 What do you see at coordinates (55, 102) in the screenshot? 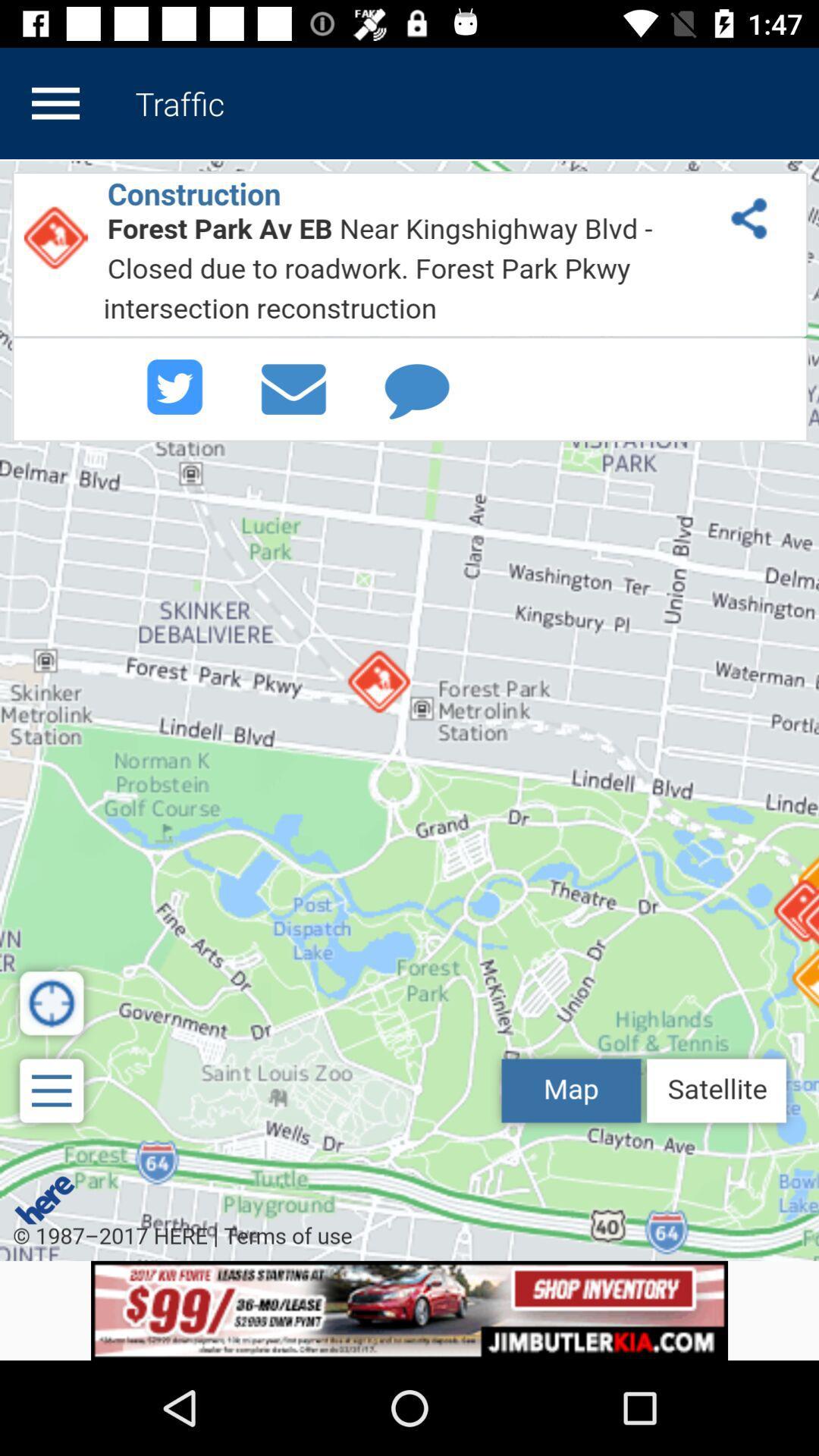
I see `the menu icon` at bounding box center [55, 102].